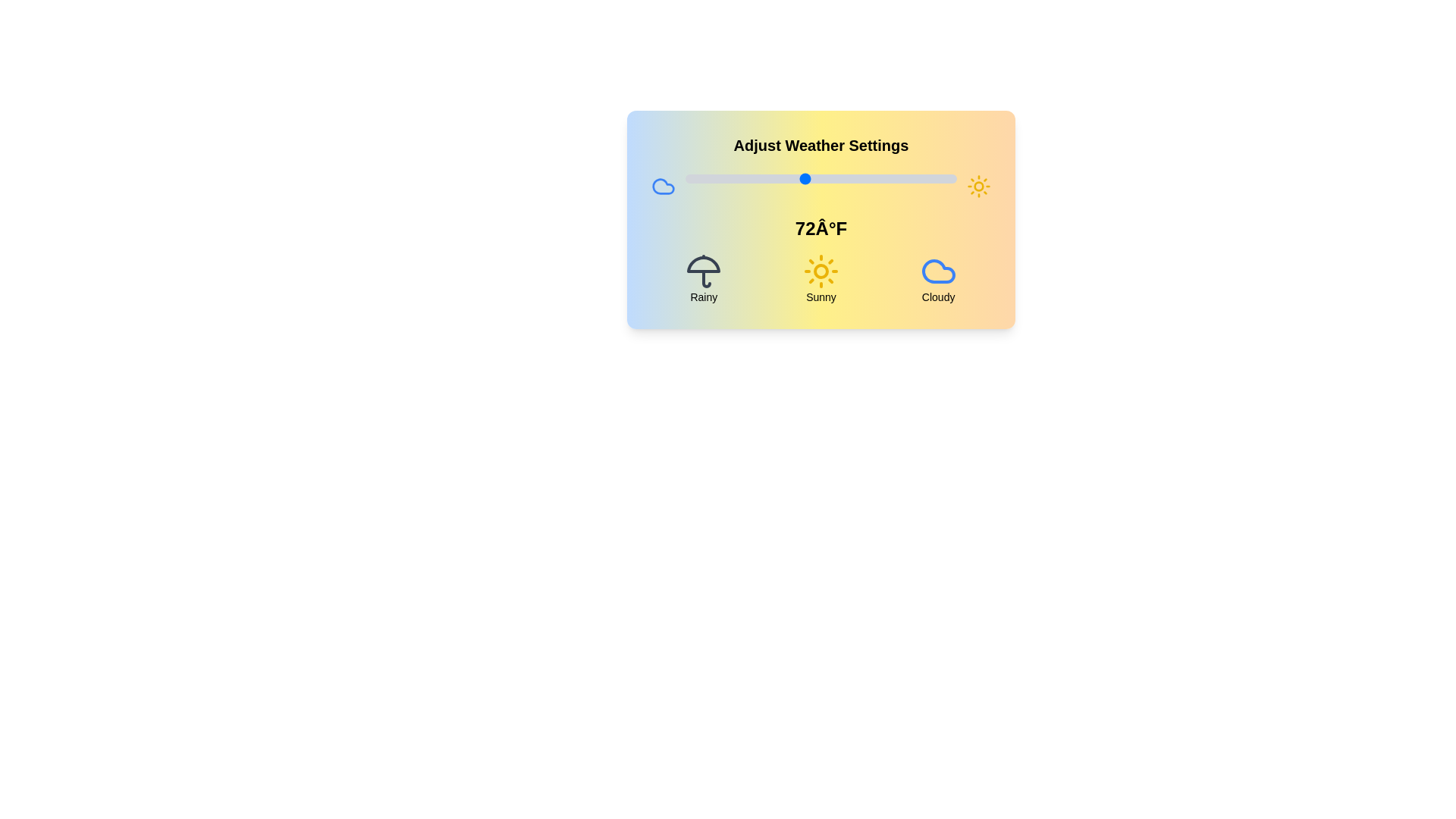 The image size is (1456, 819). Describe the element at coordinates (875, 177) in the screenshot. I see `the temperature slider to 85°F` at that location.